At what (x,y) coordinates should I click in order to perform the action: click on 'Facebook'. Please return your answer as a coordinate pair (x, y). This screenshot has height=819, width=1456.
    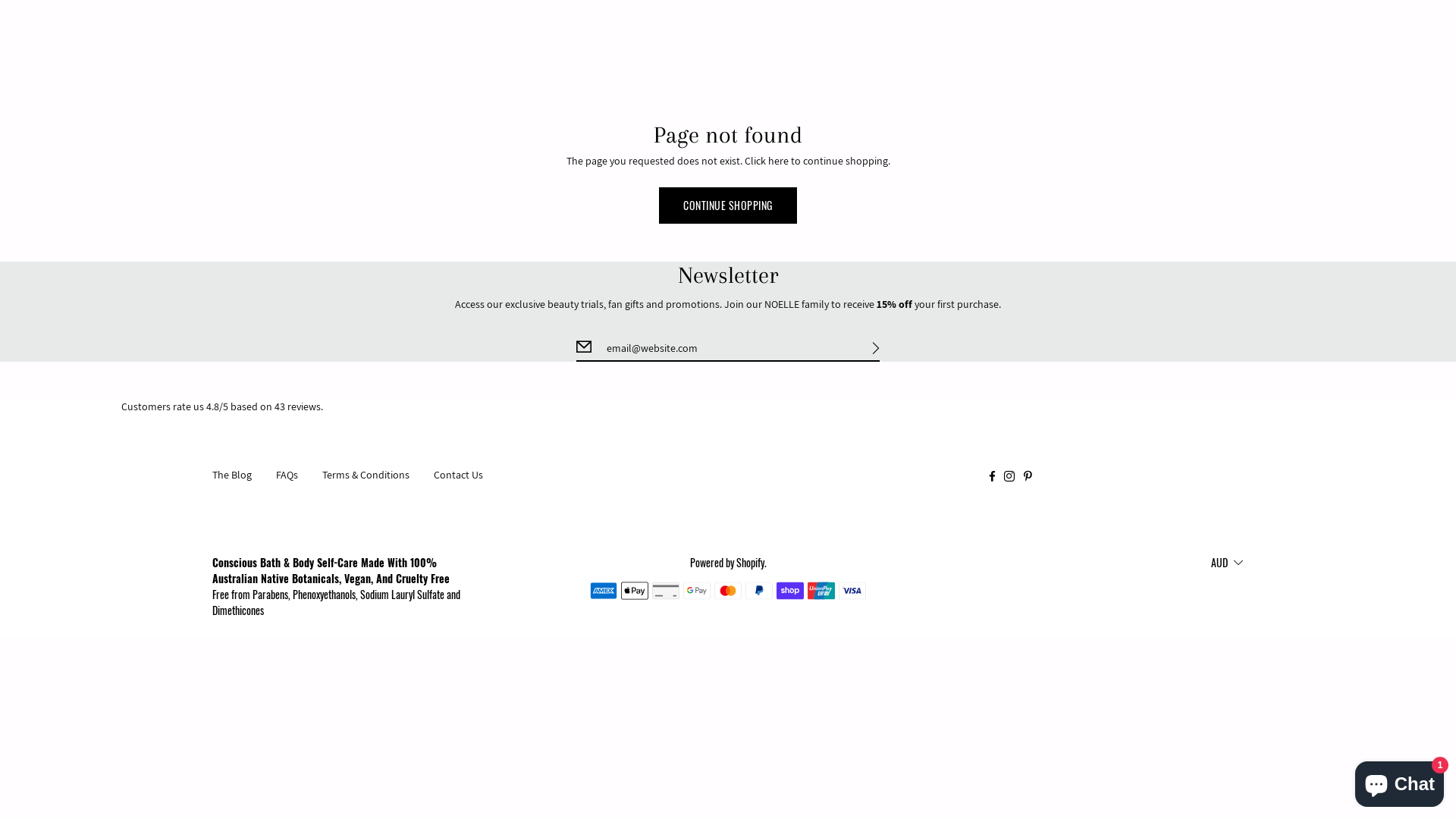
    Looking at the image, I should click on (991, 473).